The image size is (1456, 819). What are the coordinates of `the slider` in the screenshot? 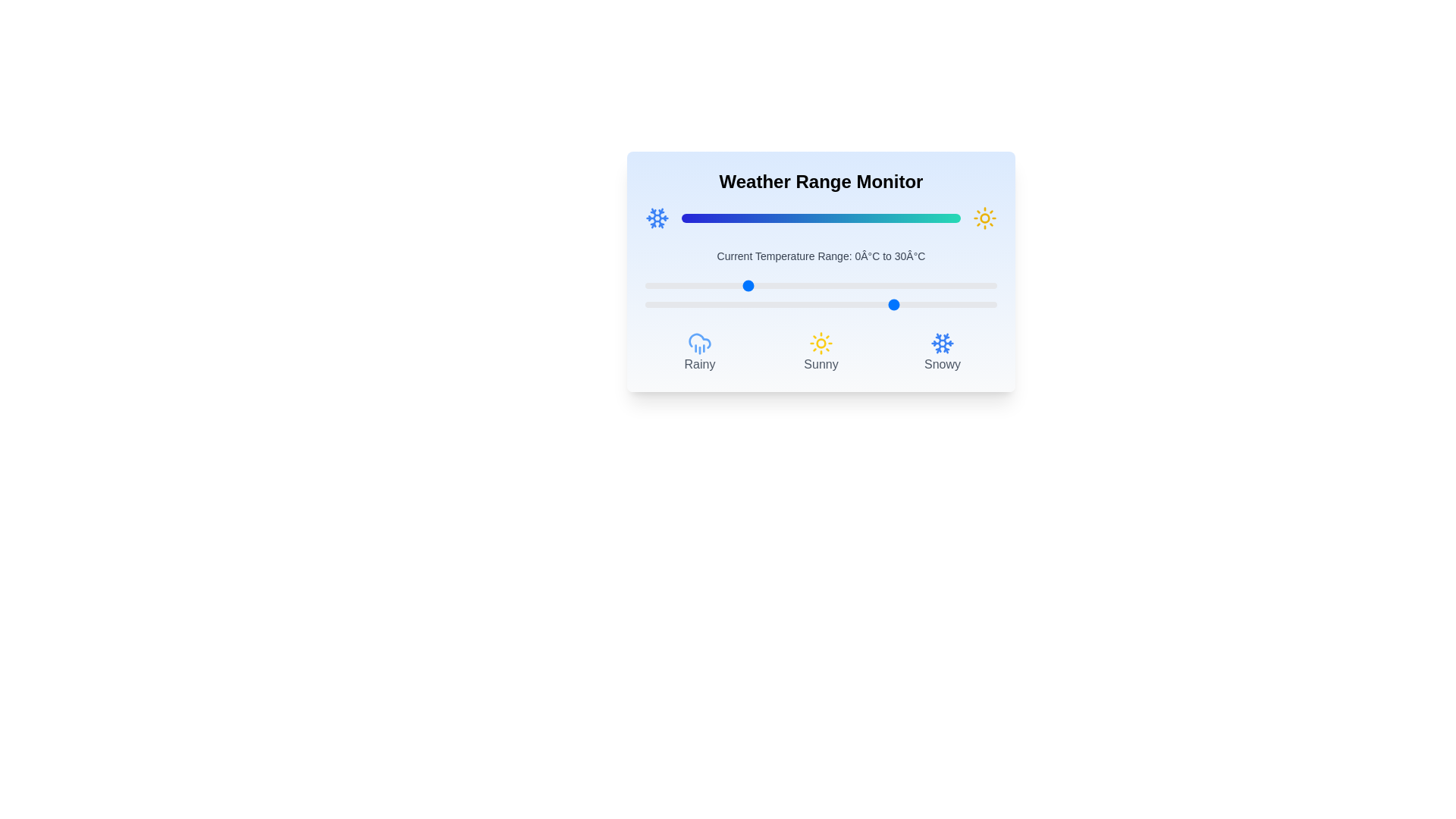 It's located at (851, 286).